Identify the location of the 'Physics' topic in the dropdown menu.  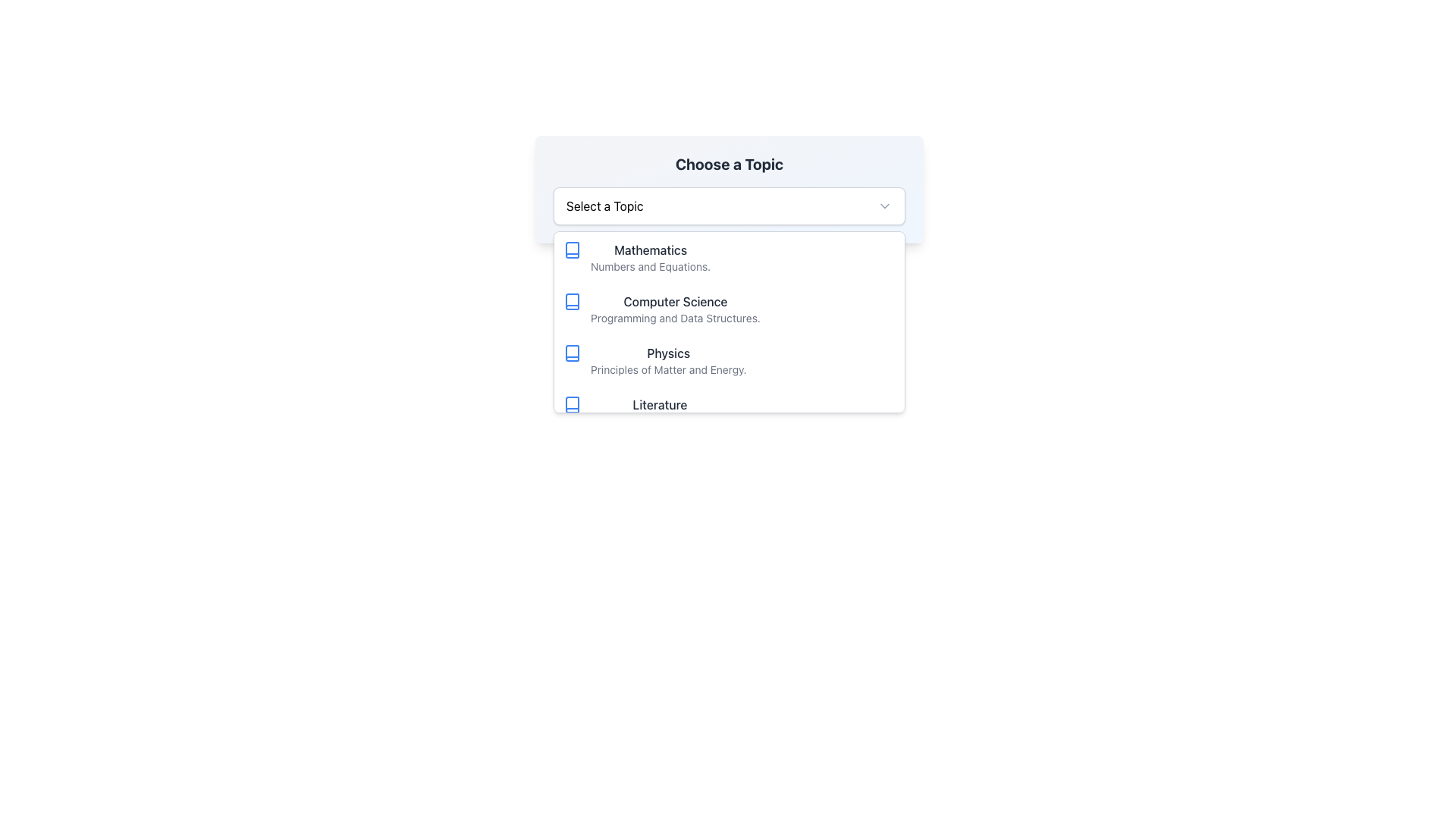
(667, 360).